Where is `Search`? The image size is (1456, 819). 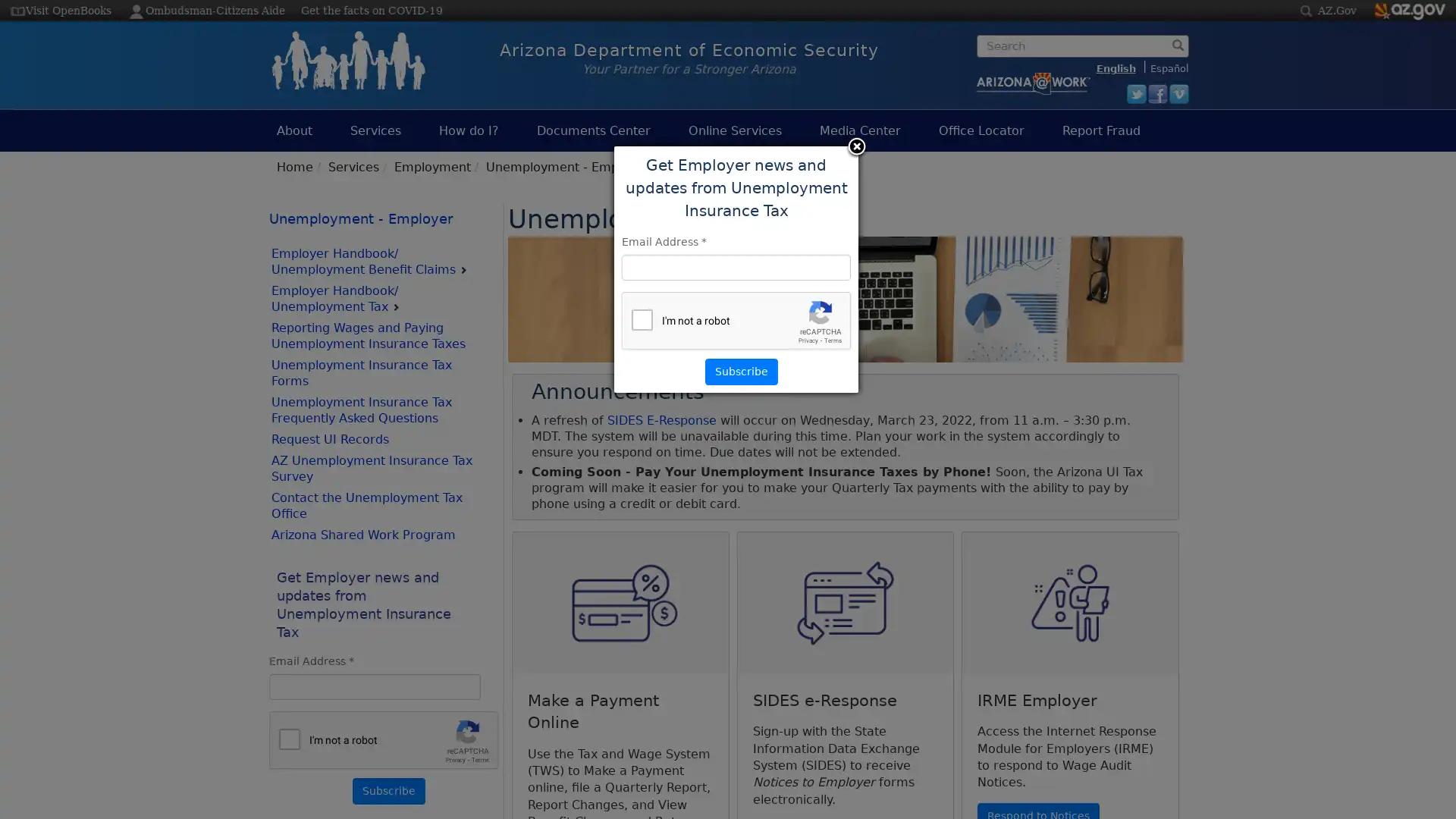
Search is located at coordinates (981, 69).